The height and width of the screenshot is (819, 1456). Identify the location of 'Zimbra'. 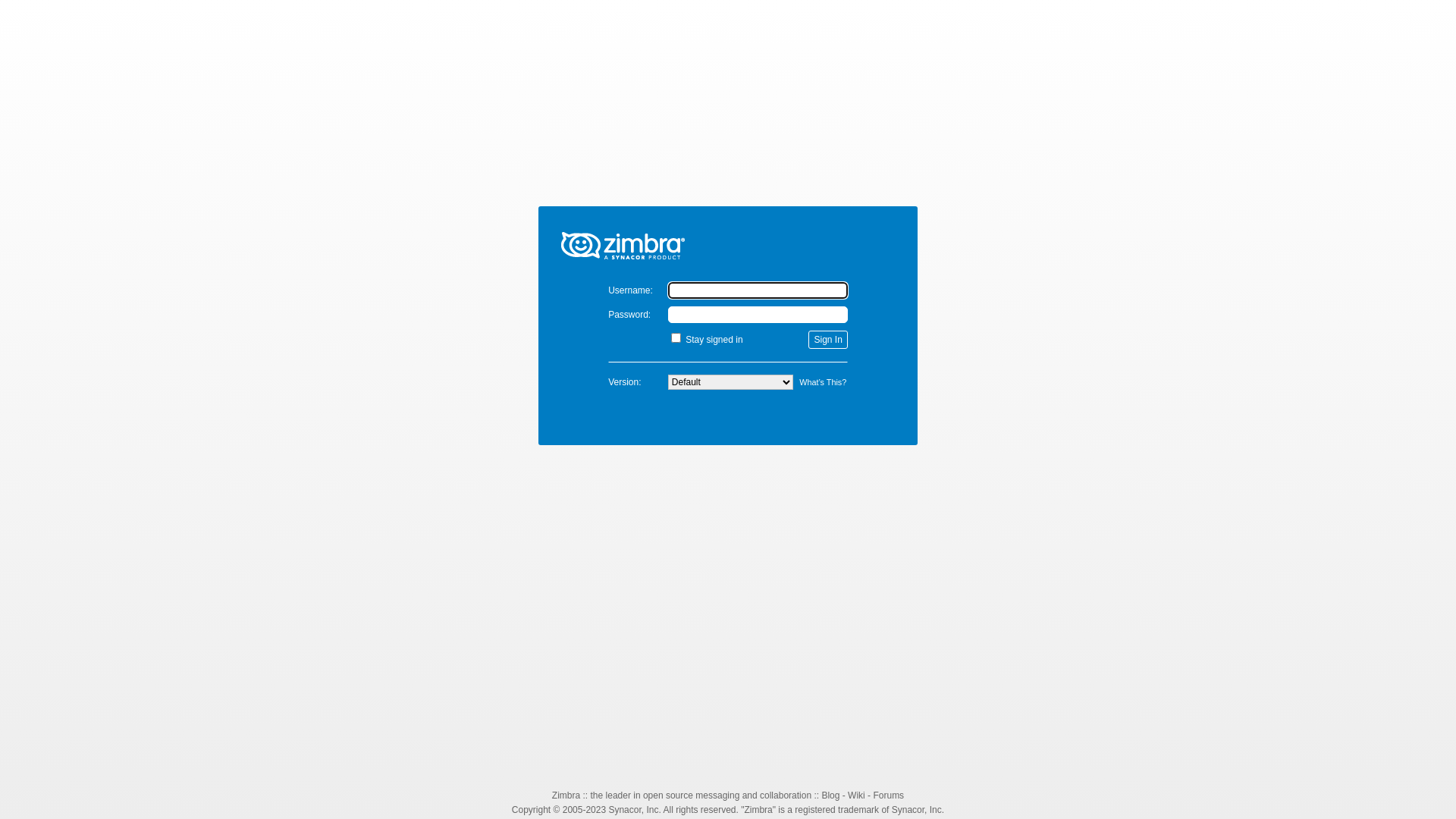
(565, 795).